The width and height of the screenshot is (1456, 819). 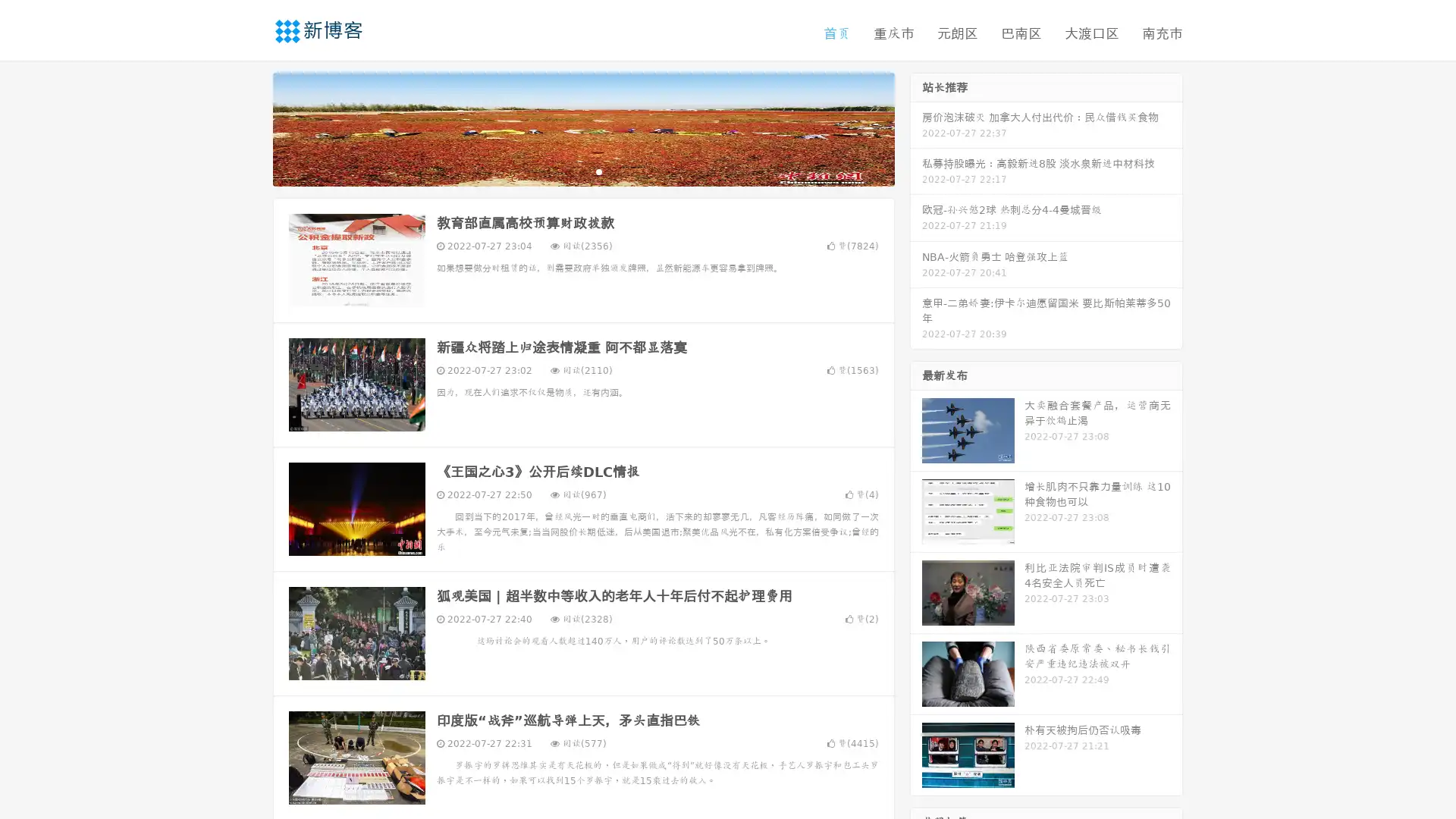 What do you see at coordinates (582, 171) in the screenshot?
I see `Go to slide 2` at bounding box center [582, 171].